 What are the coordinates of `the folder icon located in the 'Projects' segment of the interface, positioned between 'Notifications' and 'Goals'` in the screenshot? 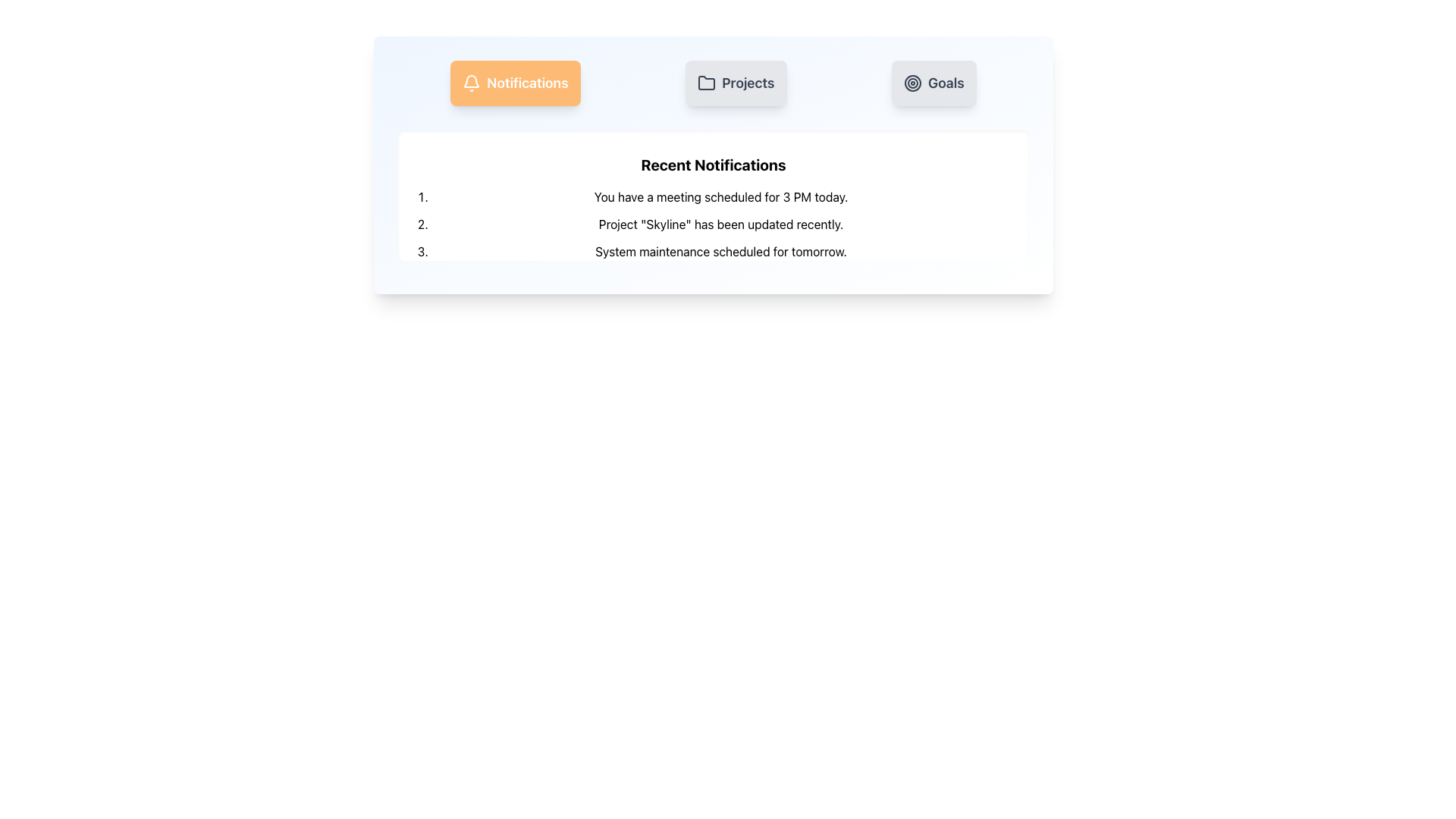 It's located at (706, 83).